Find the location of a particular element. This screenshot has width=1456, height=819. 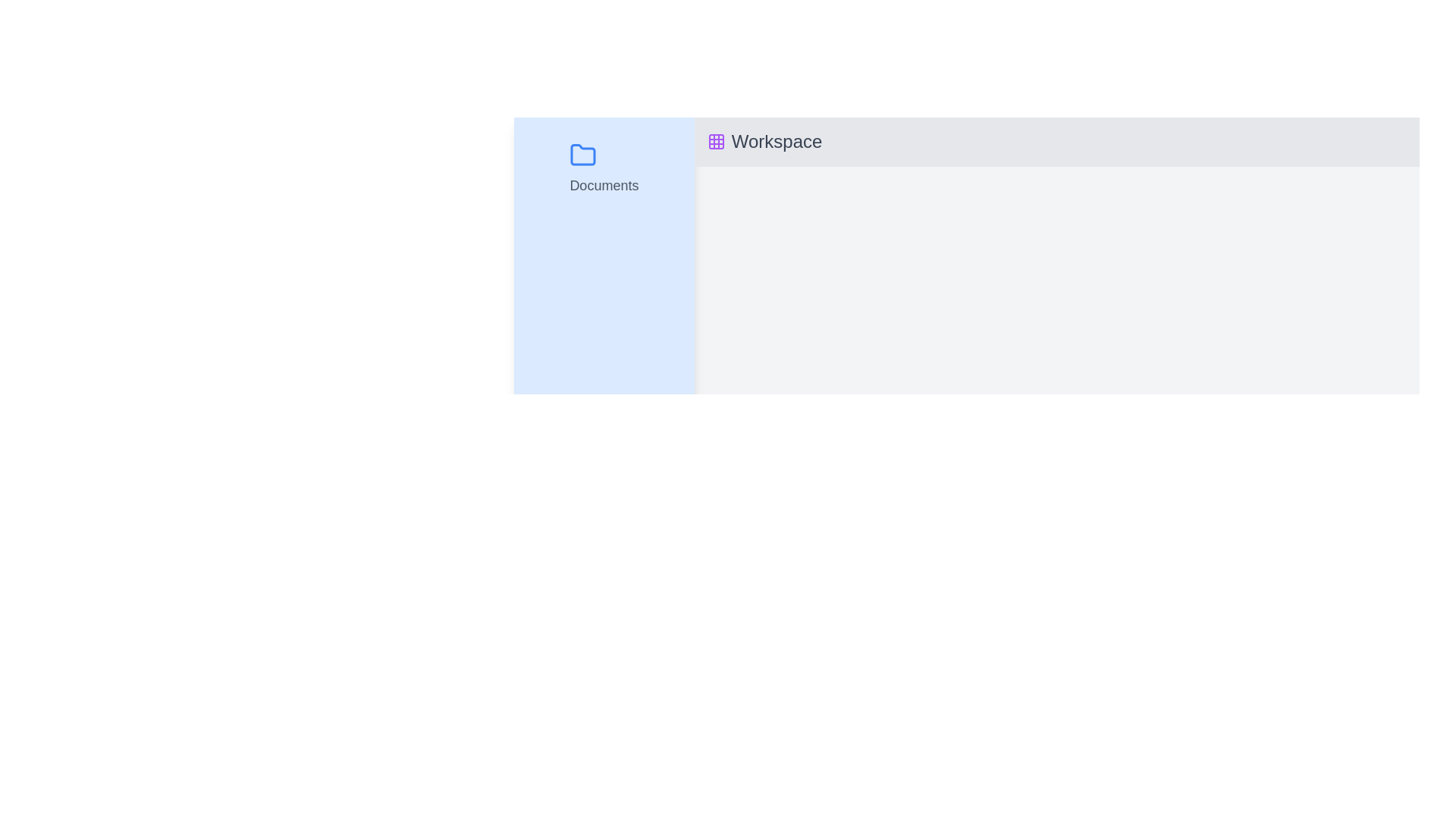

the icon located at the top-center area of the interface, preceding the text label 'Workspace' is located at coordinates (715, 141).